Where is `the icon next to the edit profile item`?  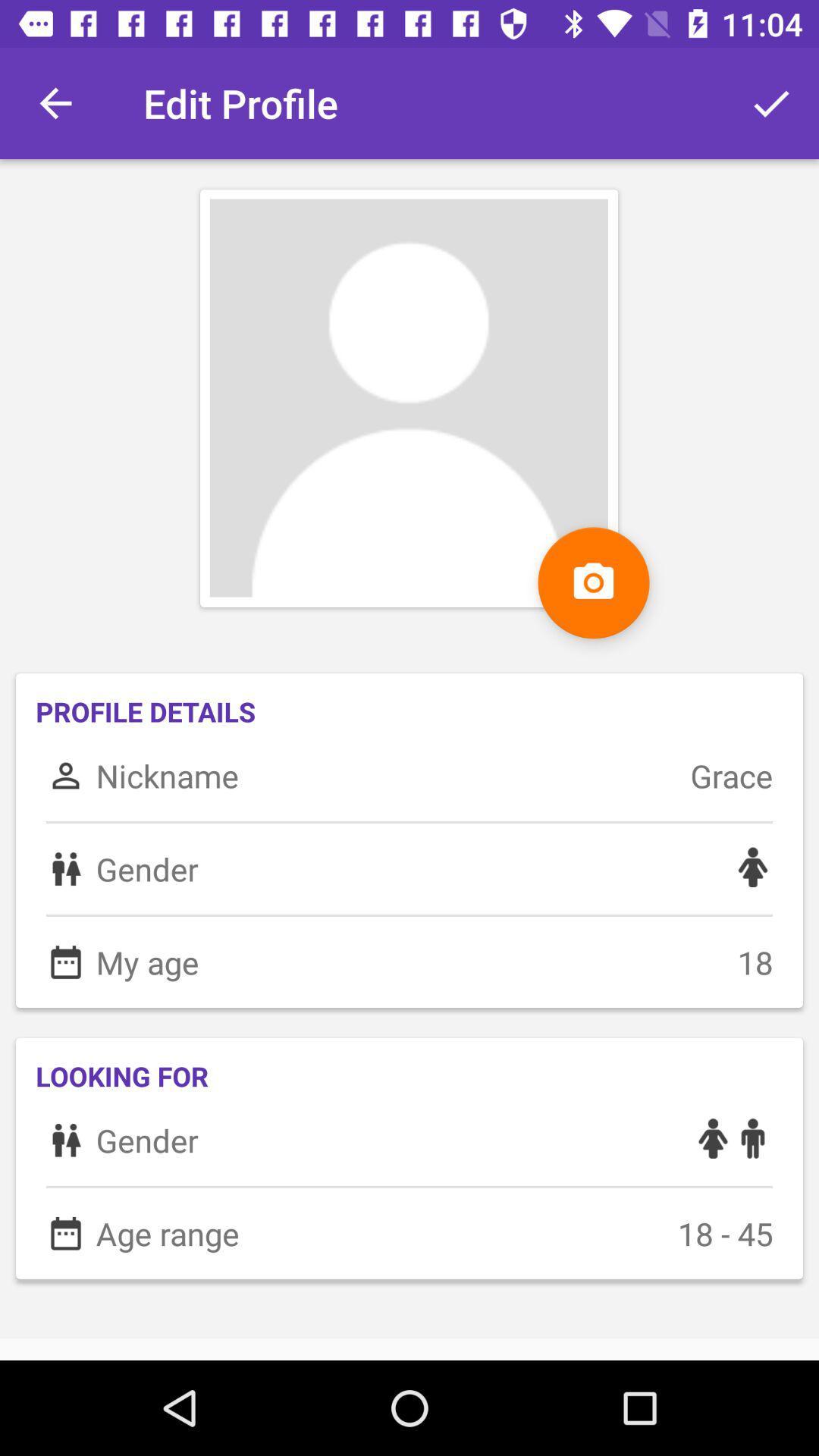 the icon next to the edit profile item is located at coordinates (55, 102).